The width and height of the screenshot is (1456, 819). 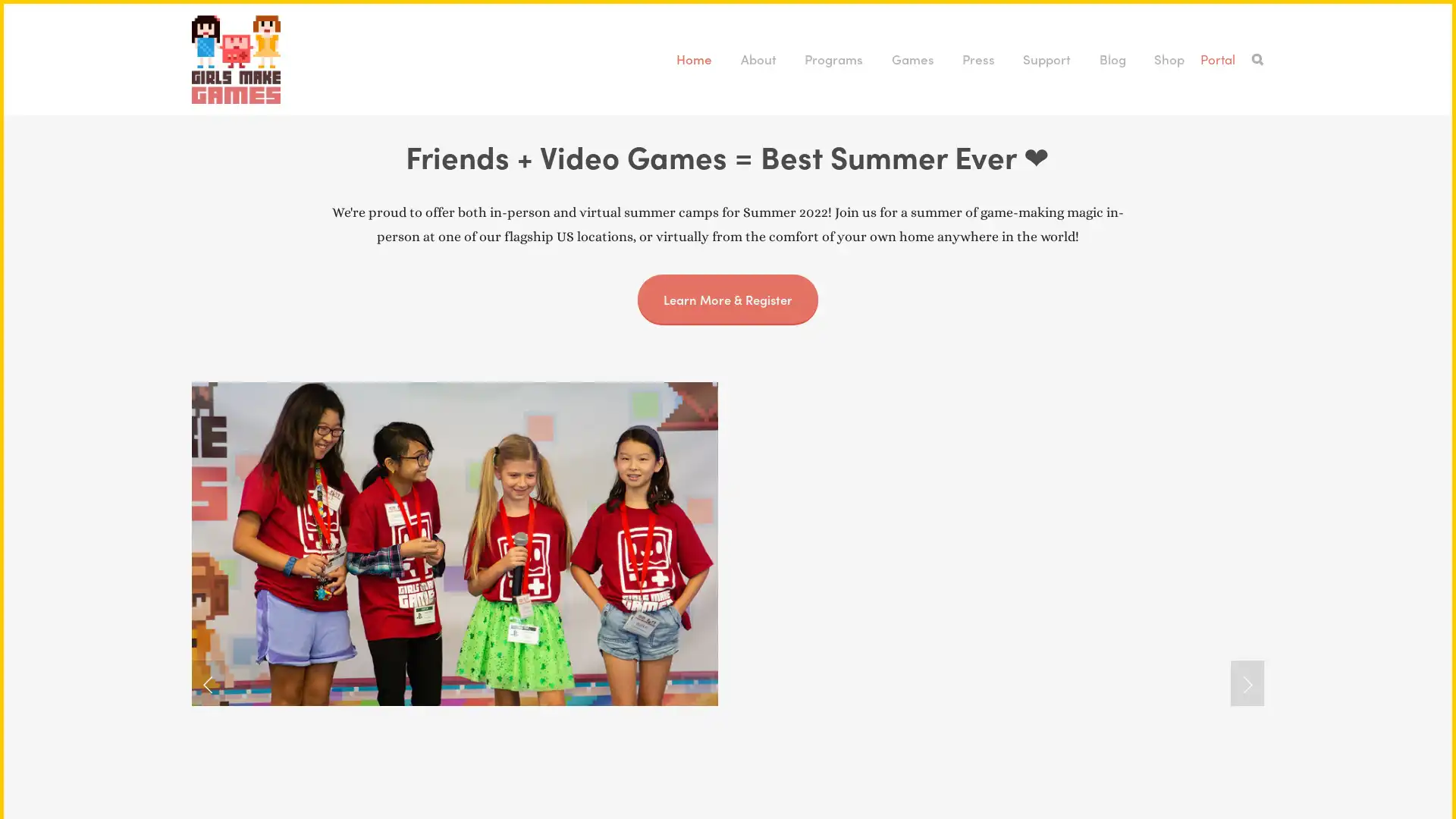 I want to click on Next Slide, so click(x=1247, y=683).